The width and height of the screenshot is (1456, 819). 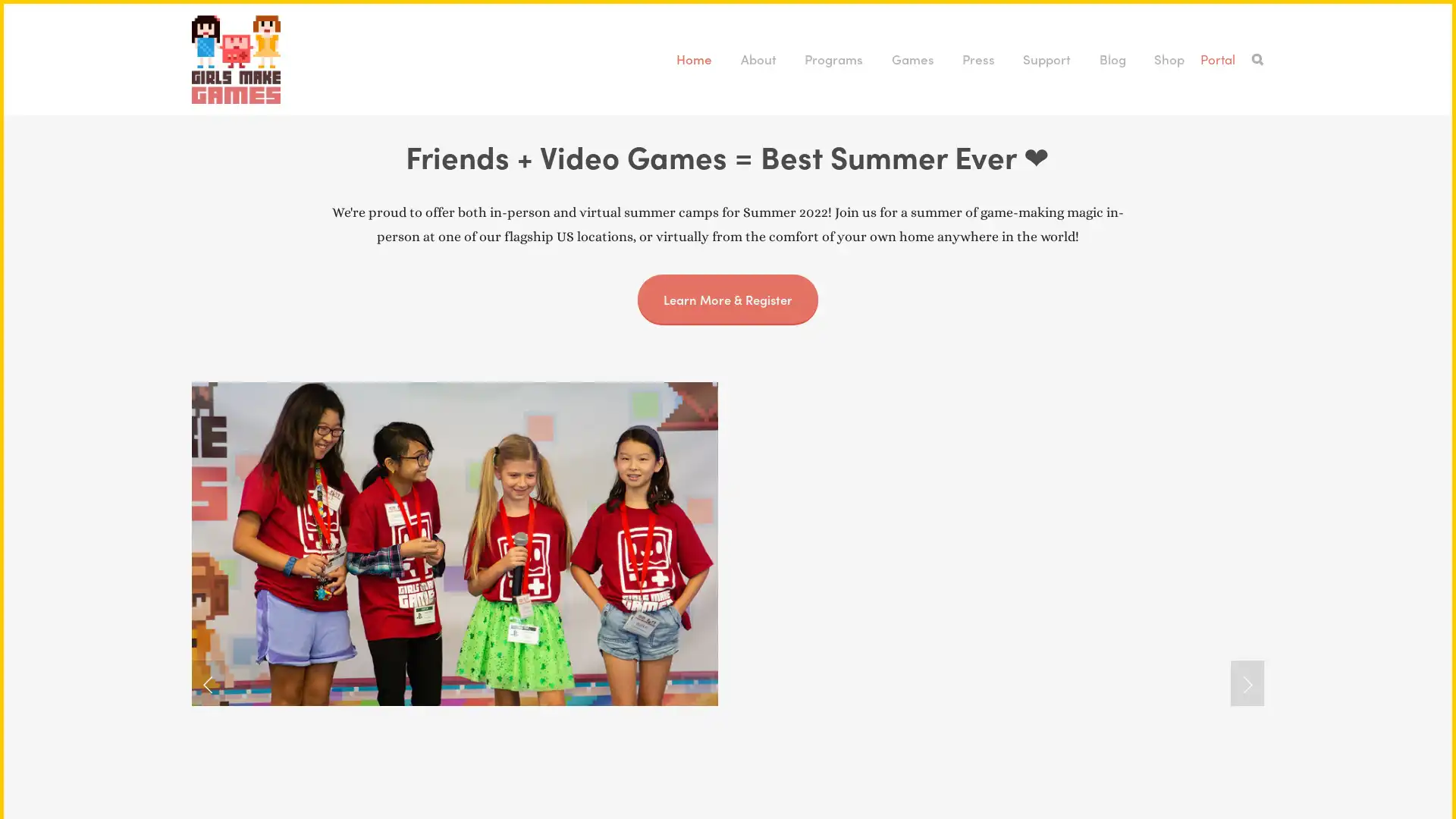 I want to click on Next Slide, so click(x=1247, y=683).